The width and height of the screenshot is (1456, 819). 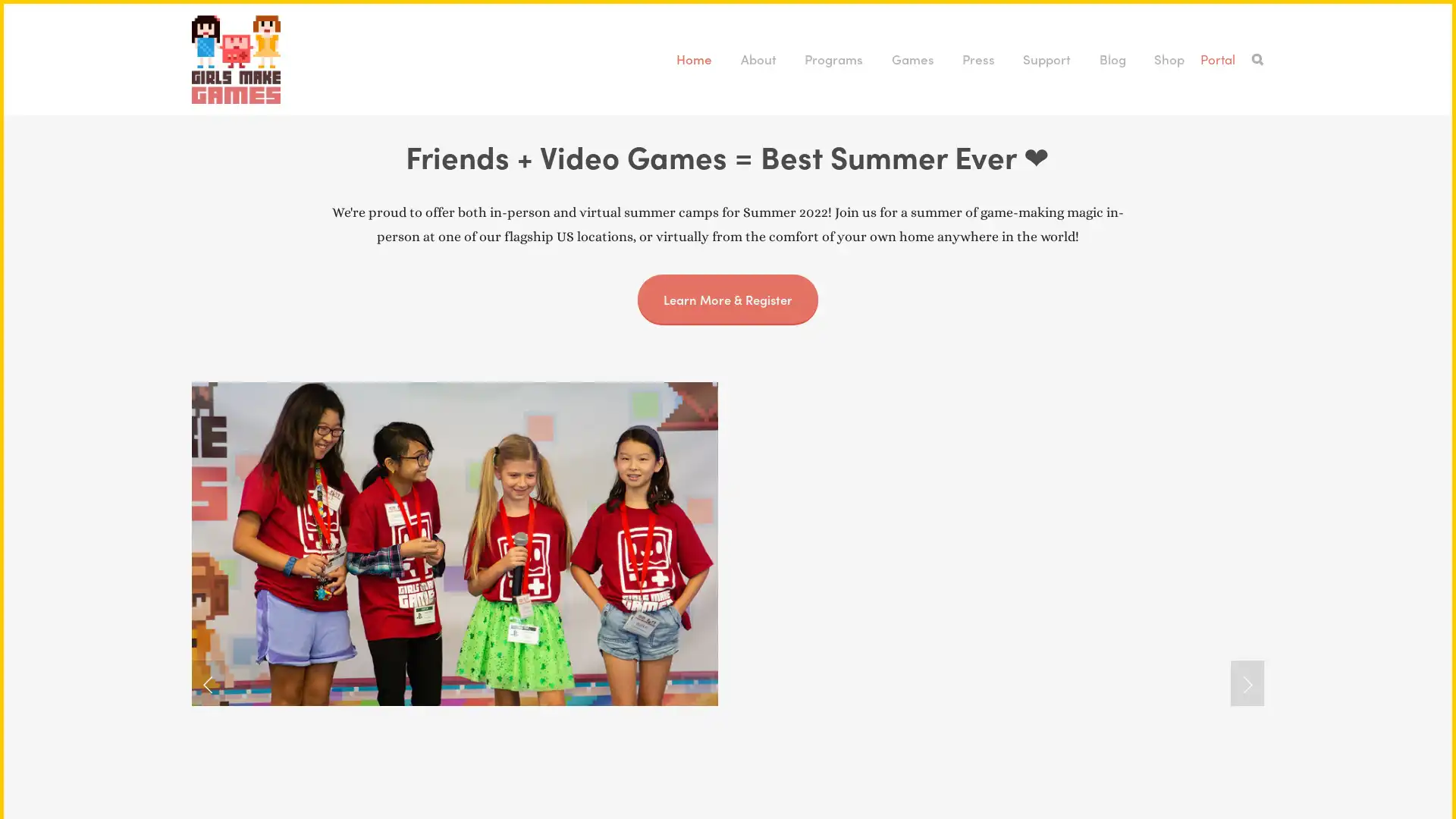 I want to click on Next Slide, so click(x=1247, y=683).